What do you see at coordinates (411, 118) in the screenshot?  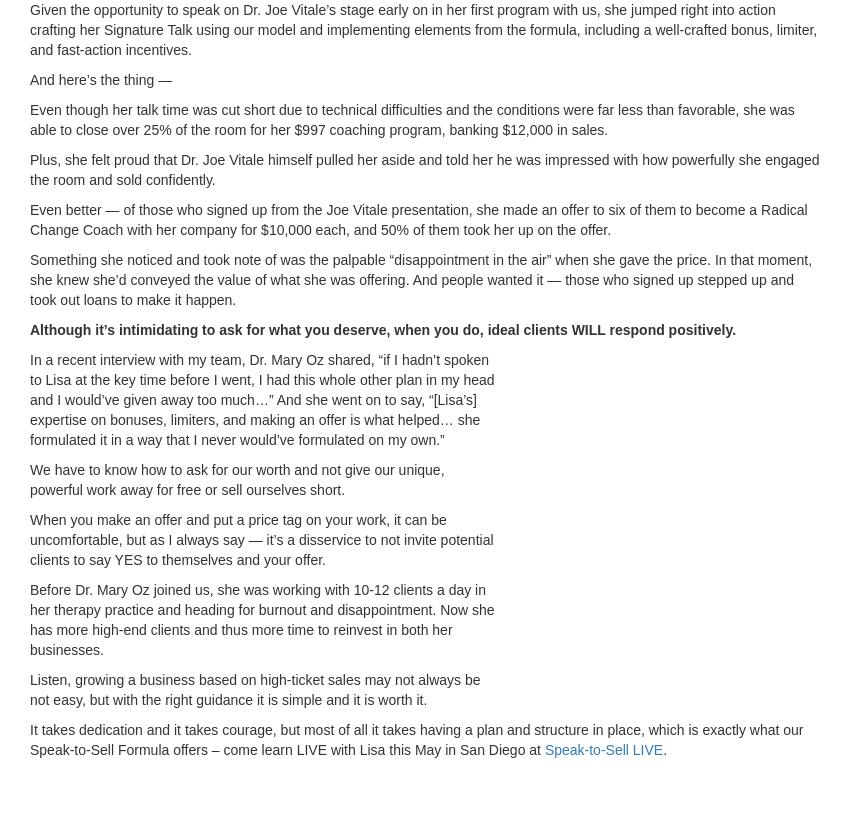 I see `'Even though her talk time was cut short due to technical difficulties and the conditions were far less than favorable, she was able to close over 25% of the room for her $997 coaching program, banking $12,000 in sales.'` at bounding box center [411, 118].